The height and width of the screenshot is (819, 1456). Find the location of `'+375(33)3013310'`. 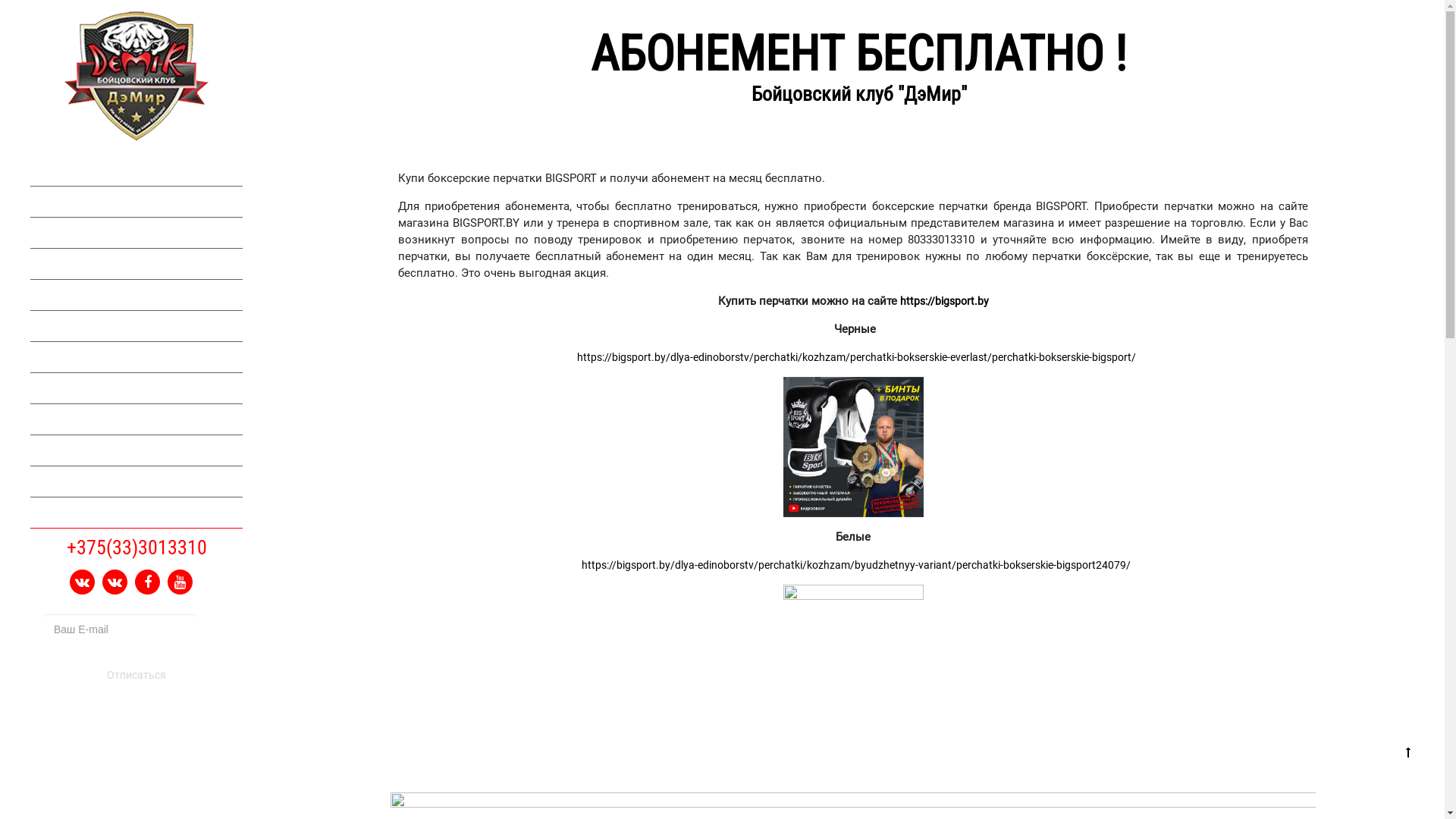

'+375(33)3013310' is located at coordinates (136, 547).